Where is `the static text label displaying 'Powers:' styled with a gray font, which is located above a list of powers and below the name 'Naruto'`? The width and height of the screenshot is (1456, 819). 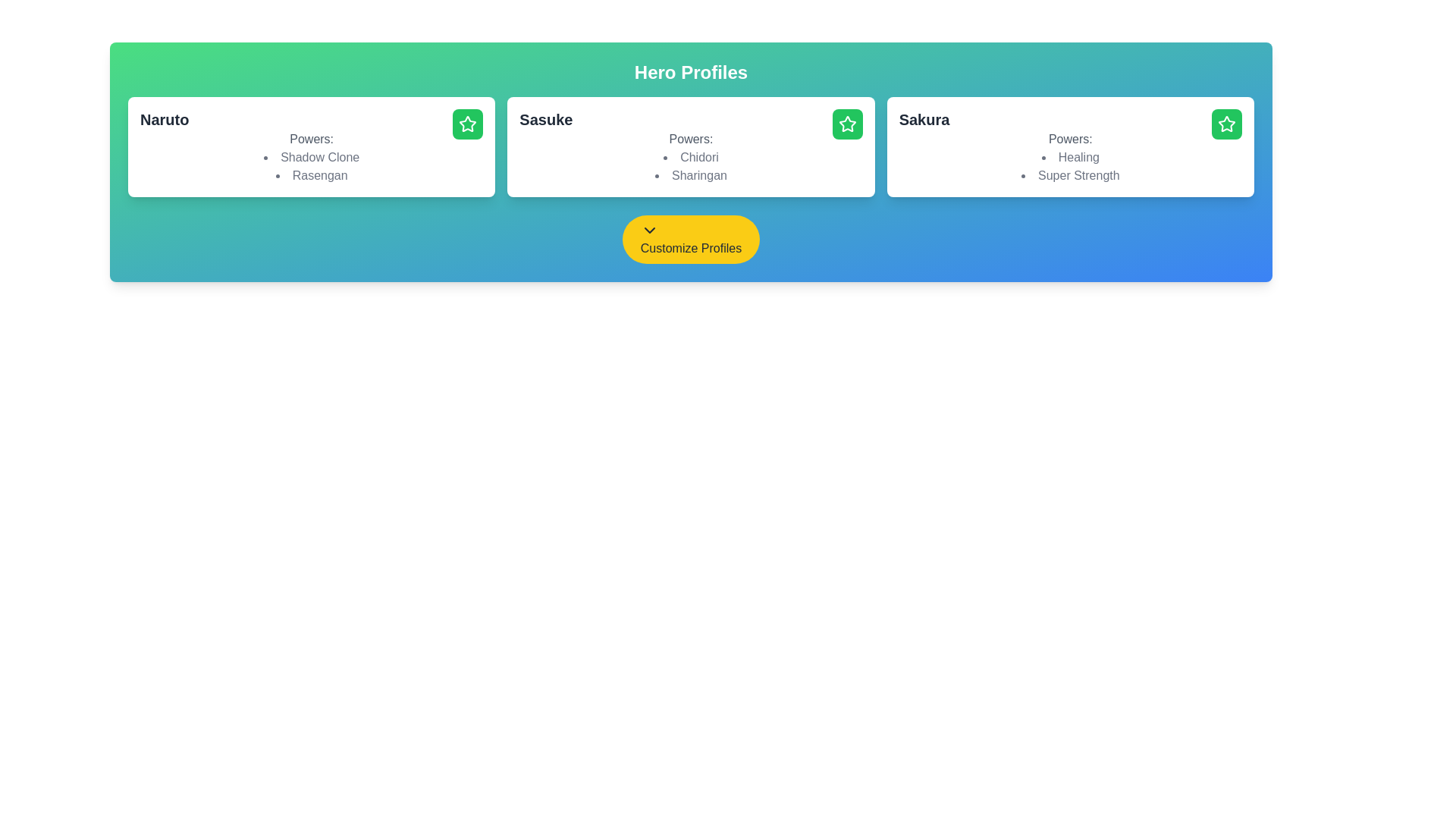
the static text label displaying 'Powers:' styled with a gray font, which is located above a list of powers and below the name 'Naruto' is located at coordinates (311, 140).